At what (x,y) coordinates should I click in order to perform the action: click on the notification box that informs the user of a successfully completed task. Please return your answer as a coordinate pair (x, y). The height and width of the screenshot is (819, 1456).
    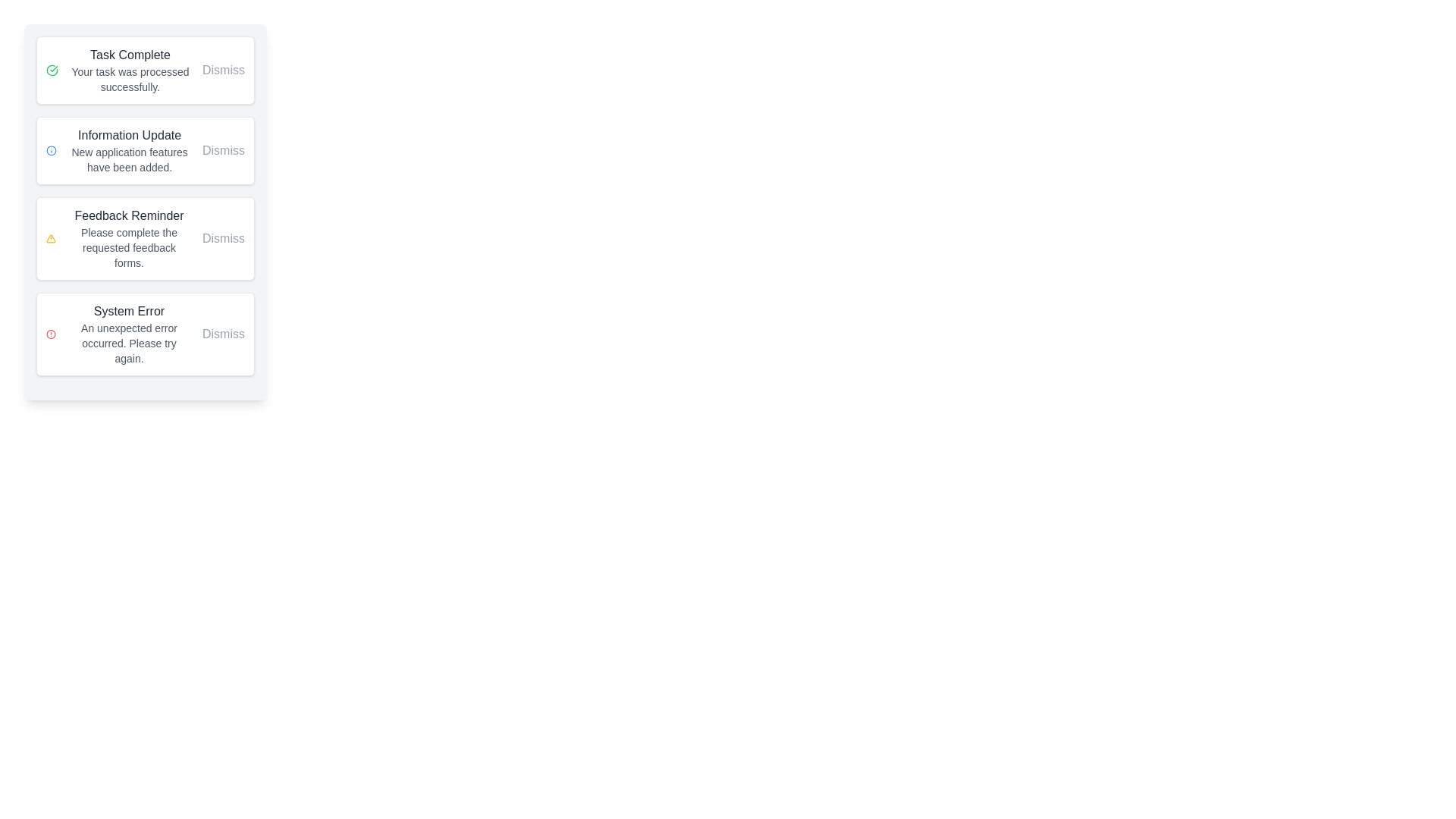
    Looking at the image, I should click on (146, 70).